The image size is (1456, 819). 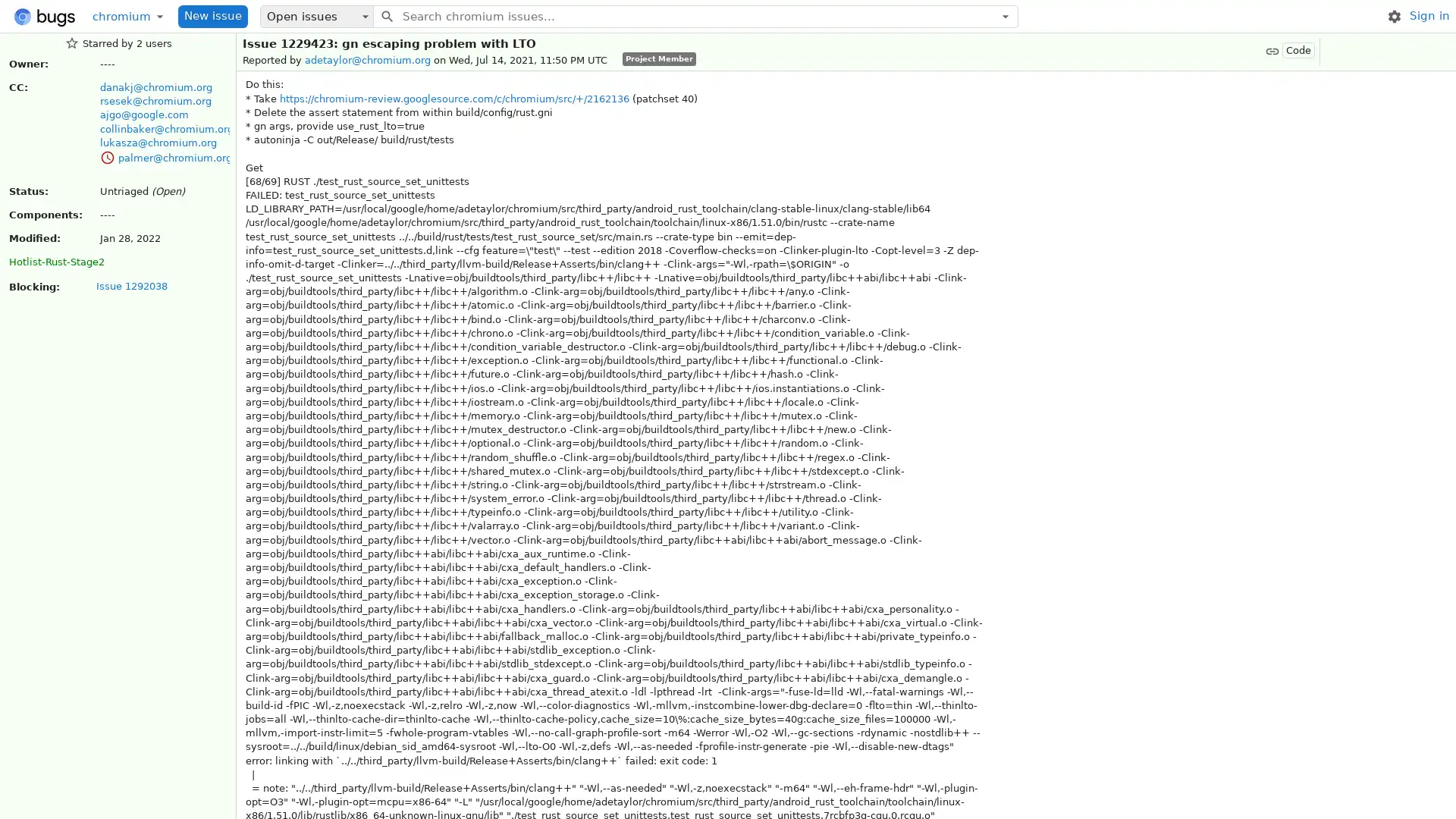 What do you see at coordinates (386, 15) in the screenshot?
I see `search` at bounding box center [386, 15].